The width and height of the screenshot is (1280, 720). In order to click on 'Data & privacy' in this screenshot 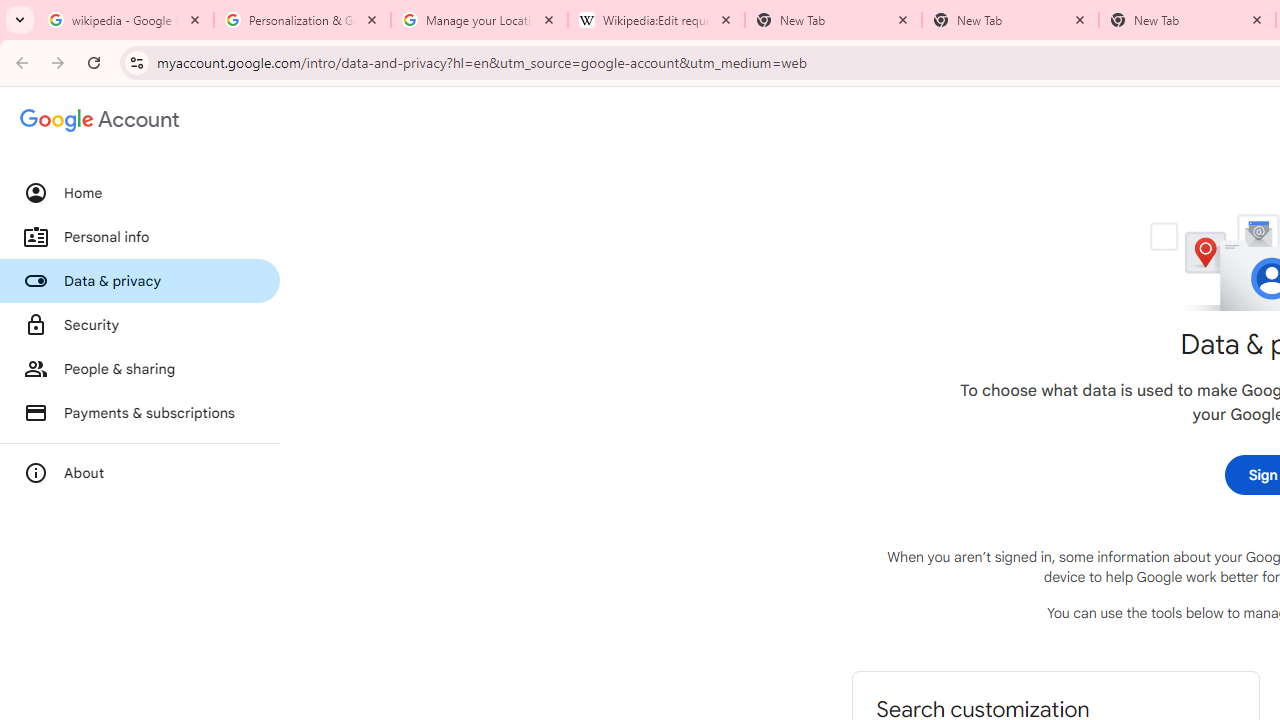, I will do `click(139, 281)`.